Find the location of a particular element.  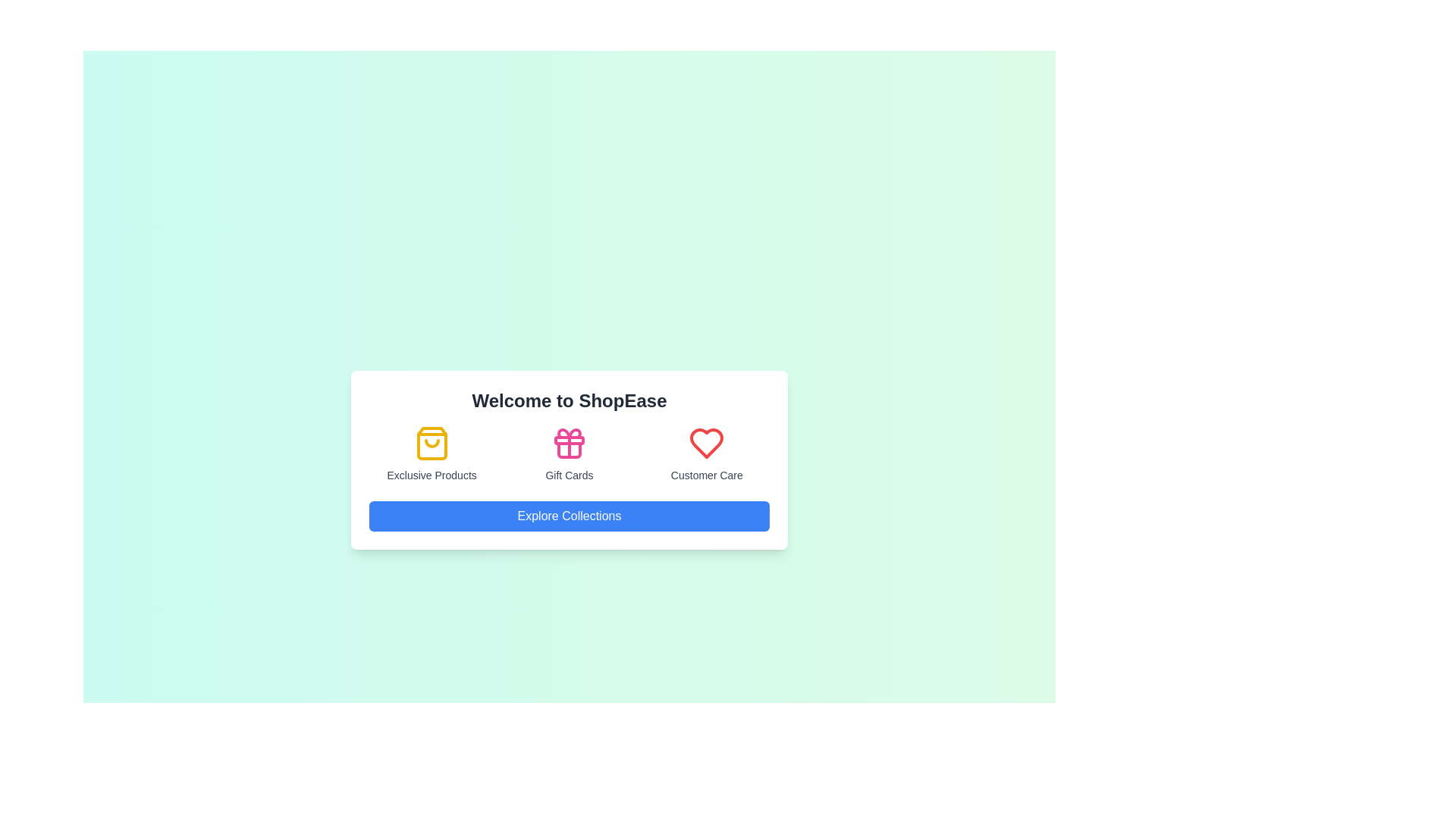

welcoming message displayed in the Text Header at the top of the central card-like structure is located at coordinates (568, 400).